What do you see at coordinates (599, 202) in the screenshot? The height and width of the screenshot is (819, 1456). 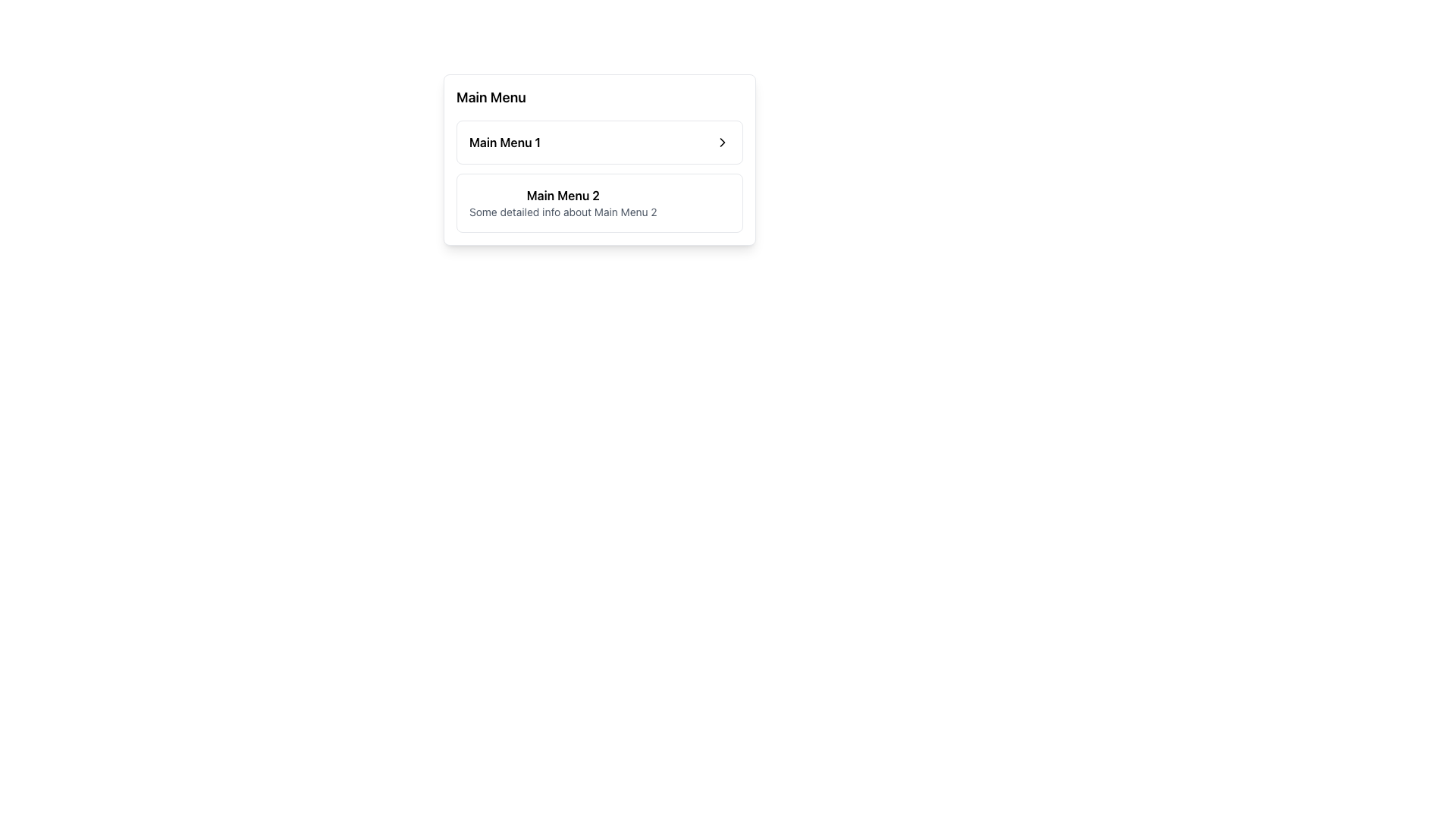 I see `the second menu item located below 'Main Menu 1'` at bounding box center [599, 202].